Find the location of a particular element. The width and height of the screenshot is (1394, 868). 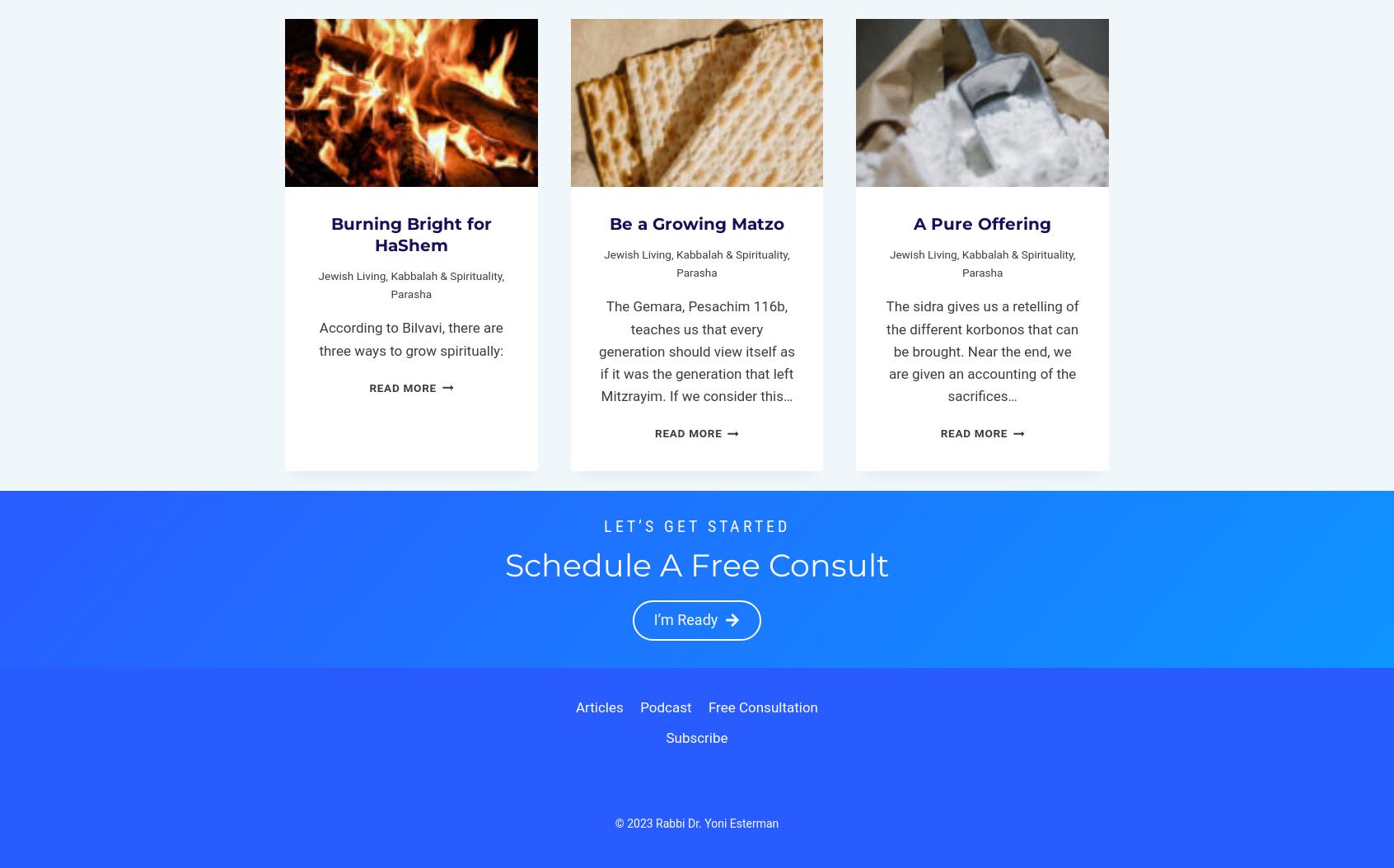

'© 2023 Rabbi Dr. Yoni Esterman' is located at coordinates (614, 824).